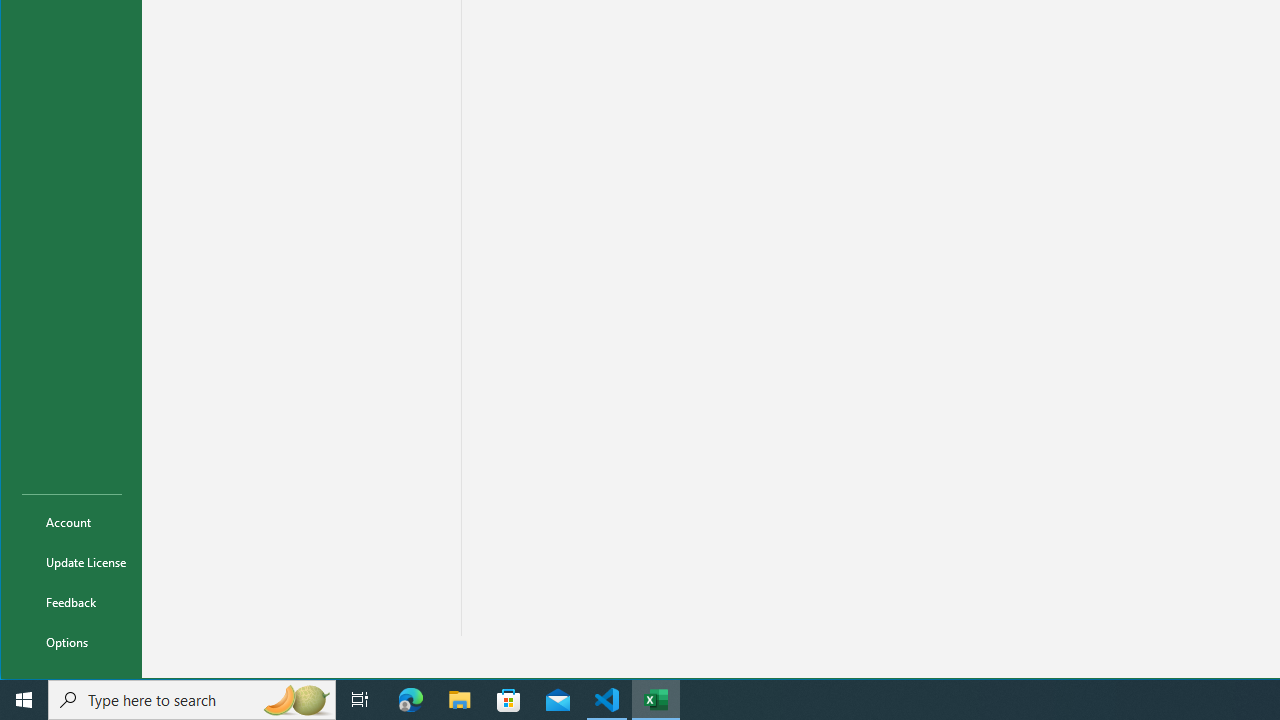  Describe the element at coordinates (72, 561) in the screenshot. I see `'Update License'` at that location.